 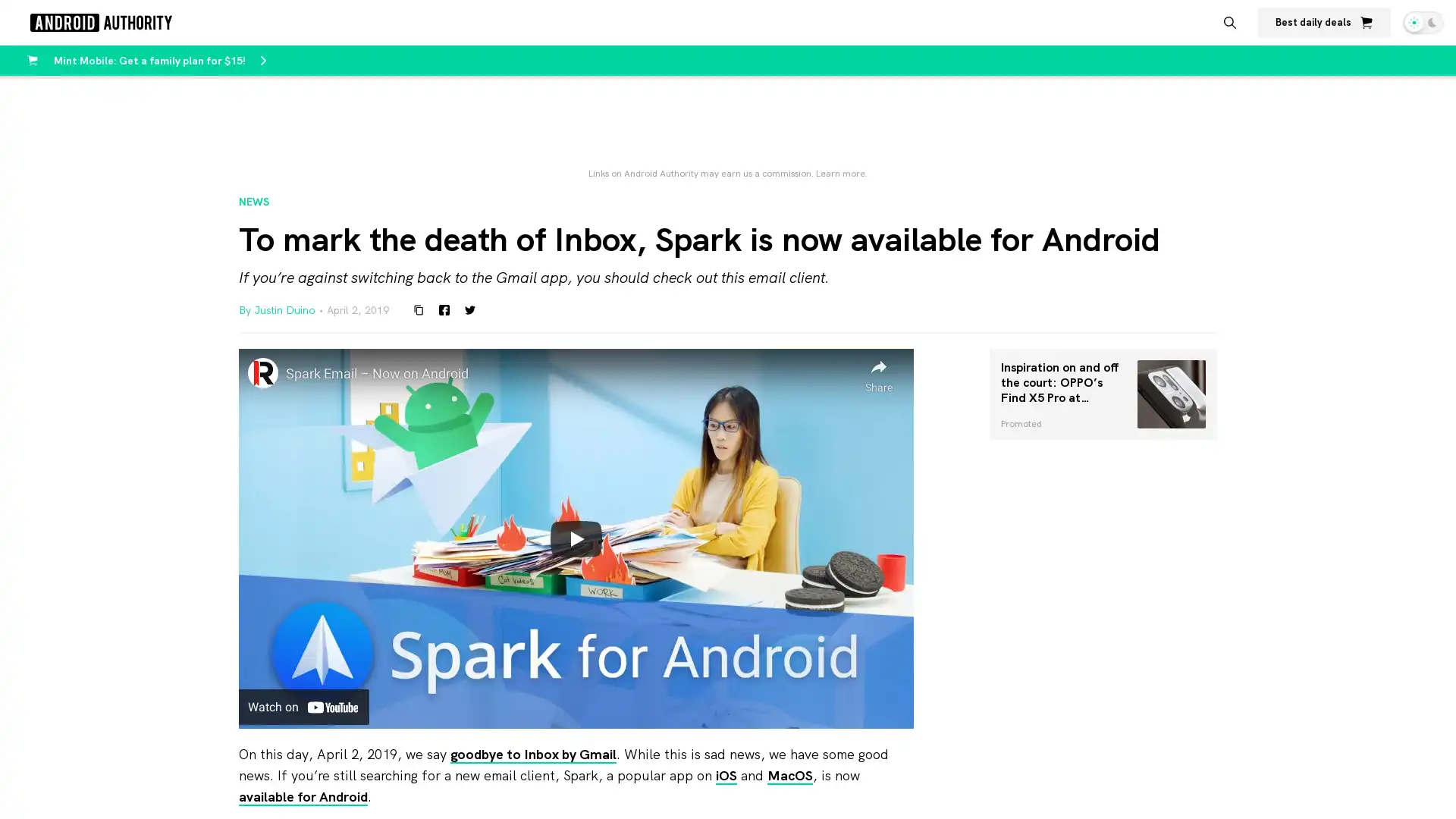 What do you see at coordinates (284, 309) in the screenshot?
I see `Justin Duino` at bounding box center [284, 309].